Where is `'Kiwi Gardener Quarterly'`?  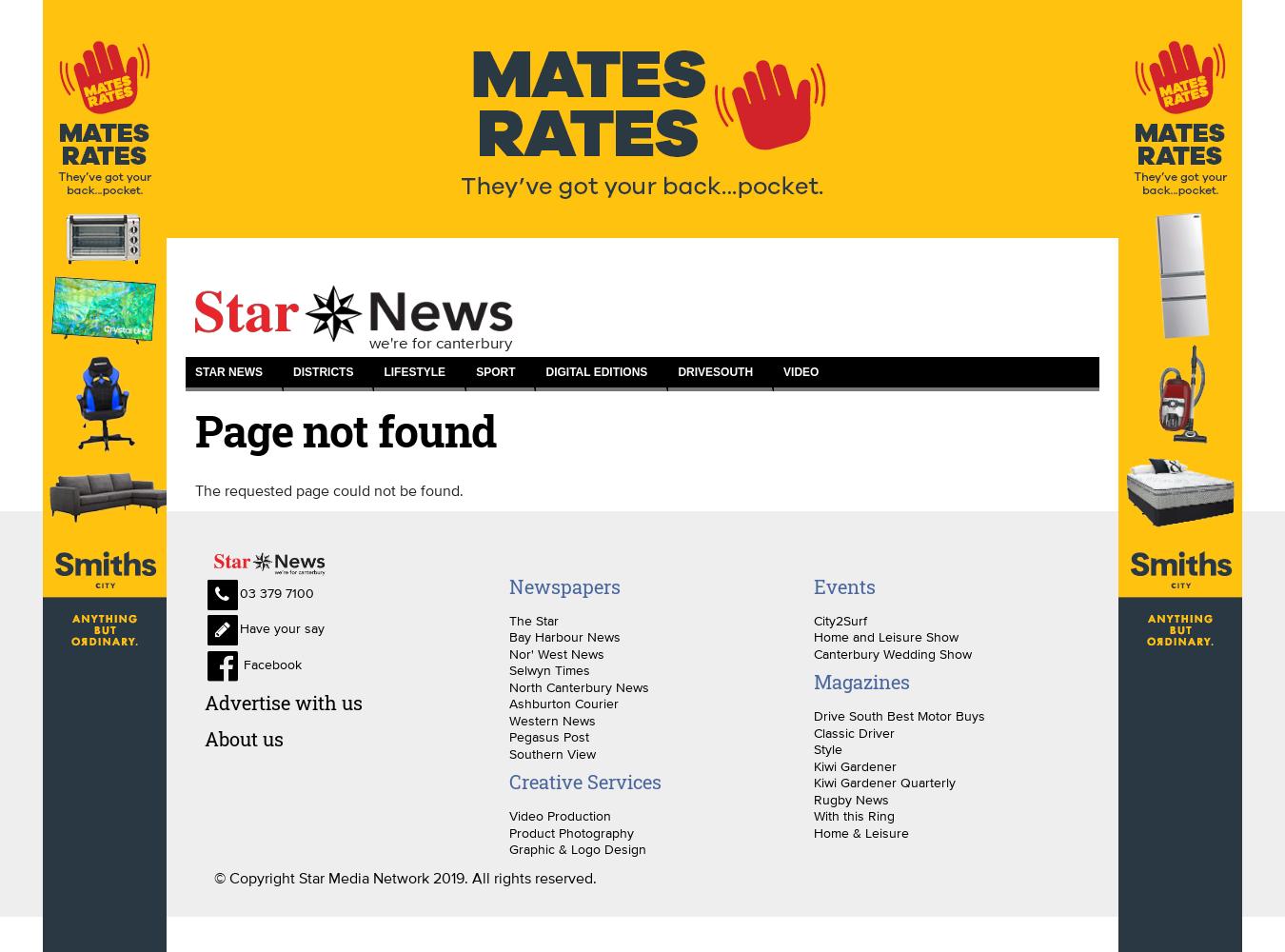 'Kiwi Gardener Quarterly' is located at coordinates (882, 782).